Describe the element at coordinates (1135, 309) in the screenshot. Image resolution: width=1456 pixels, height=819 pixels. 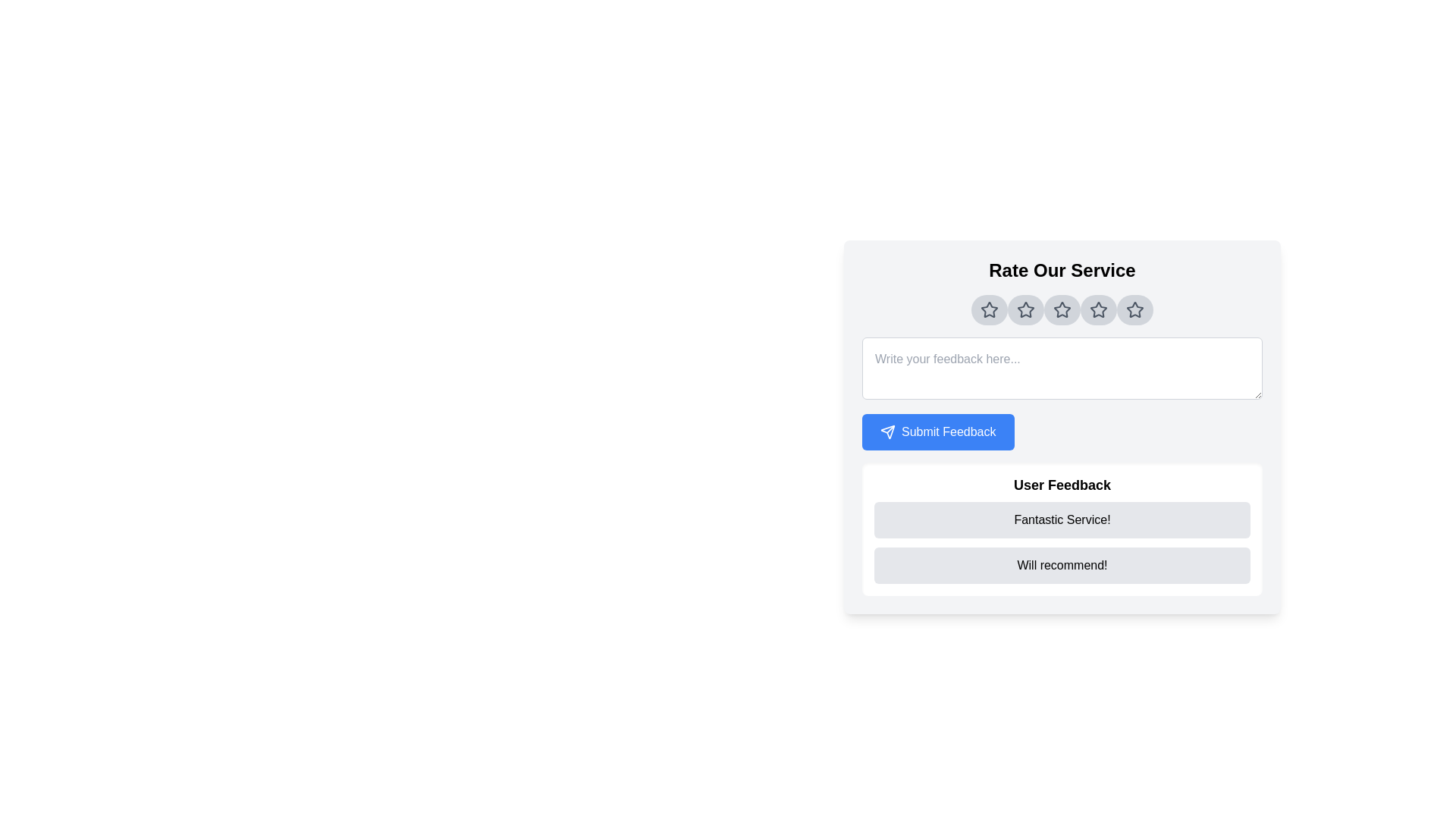
I see `the fifth star icon in the top center of the interface` at that location.